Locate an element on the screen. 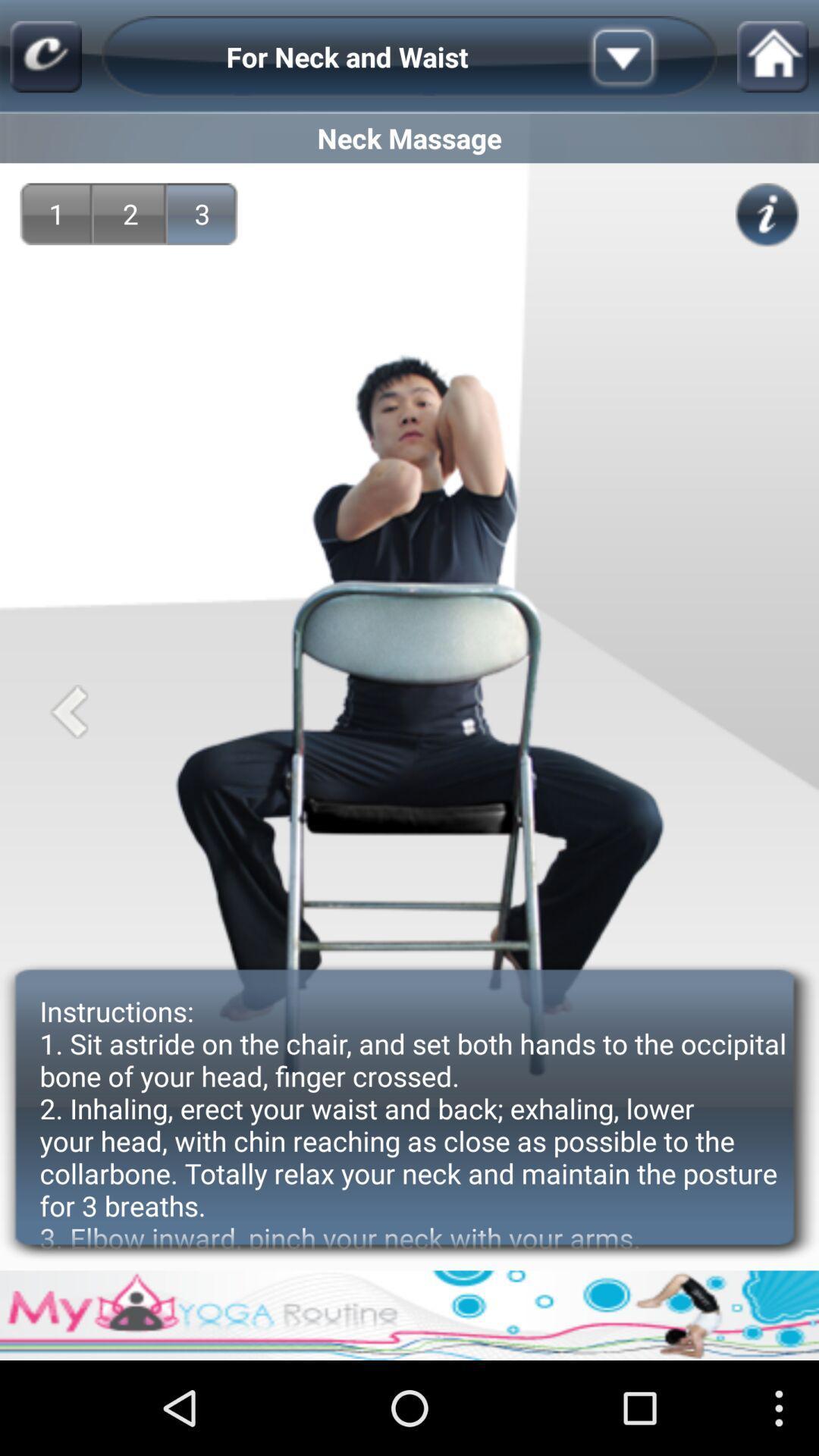  information is located at coordinates (767, 214).